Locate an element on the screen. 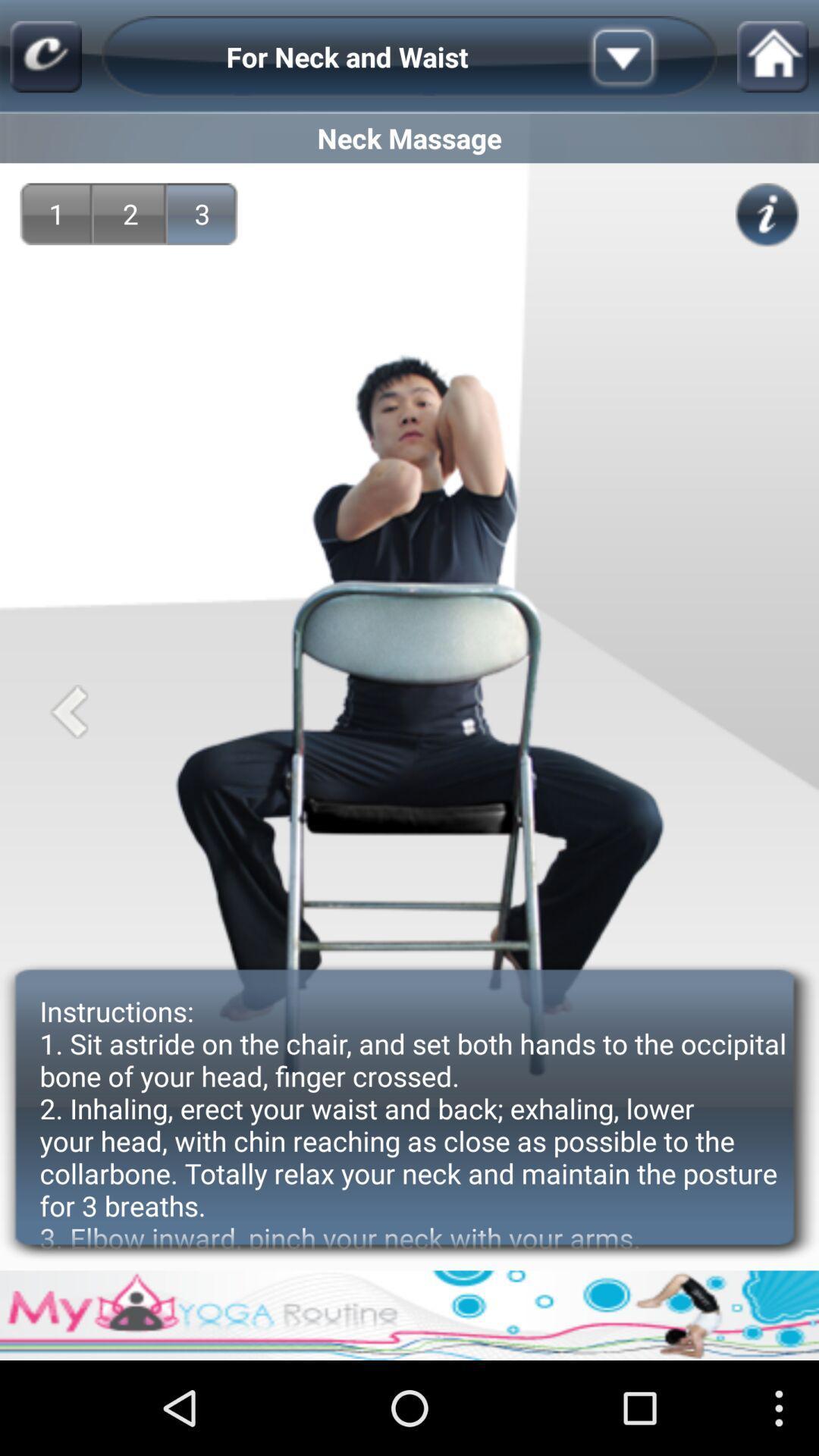  information is located at coordinates (767, 214).